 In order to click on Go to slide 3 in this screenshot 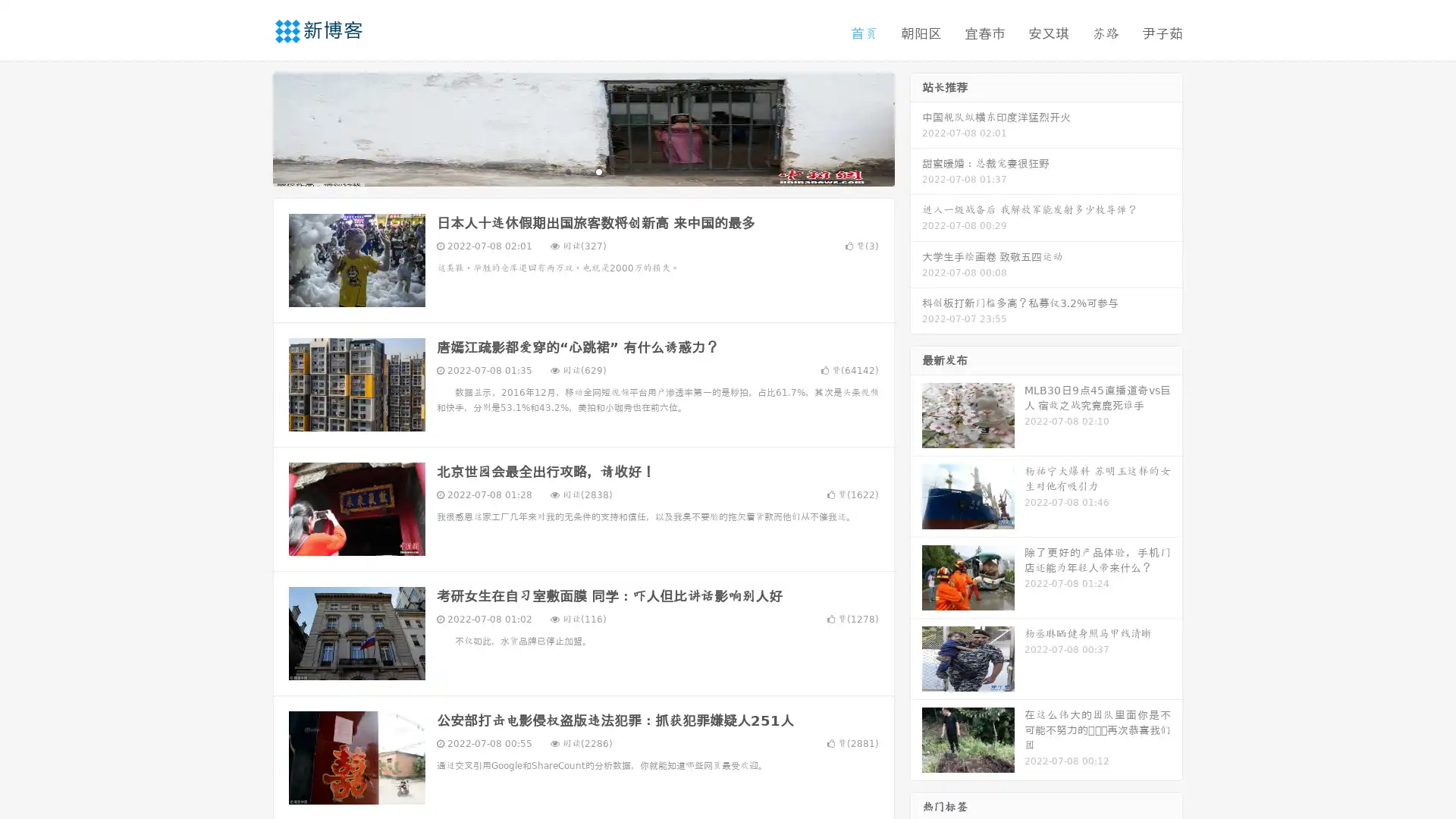, I will do `click(598, 171)`.